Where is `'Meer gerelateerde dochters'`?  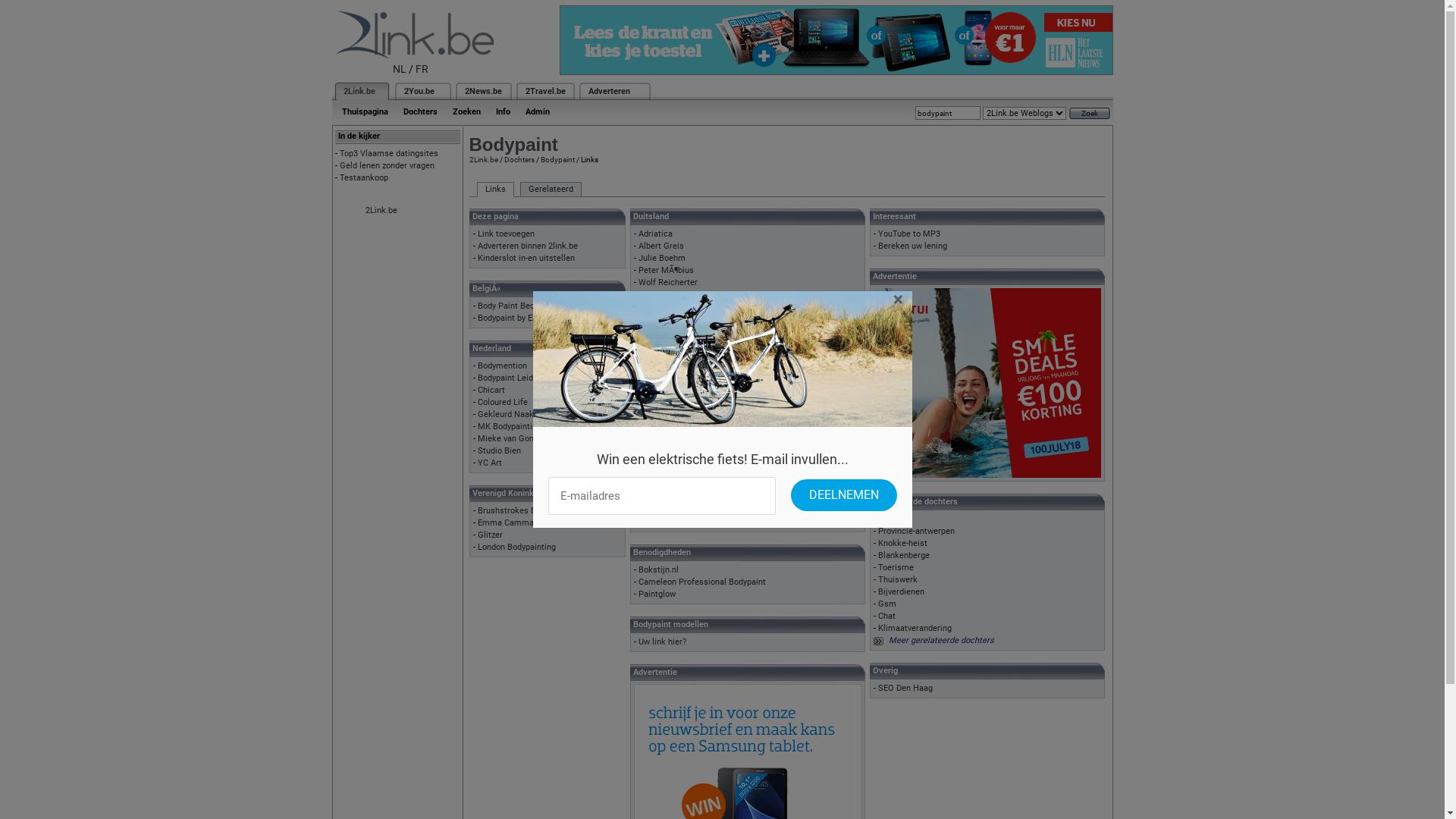
'Meer gerelateerde dochters' is located at coordinates (940, 640).